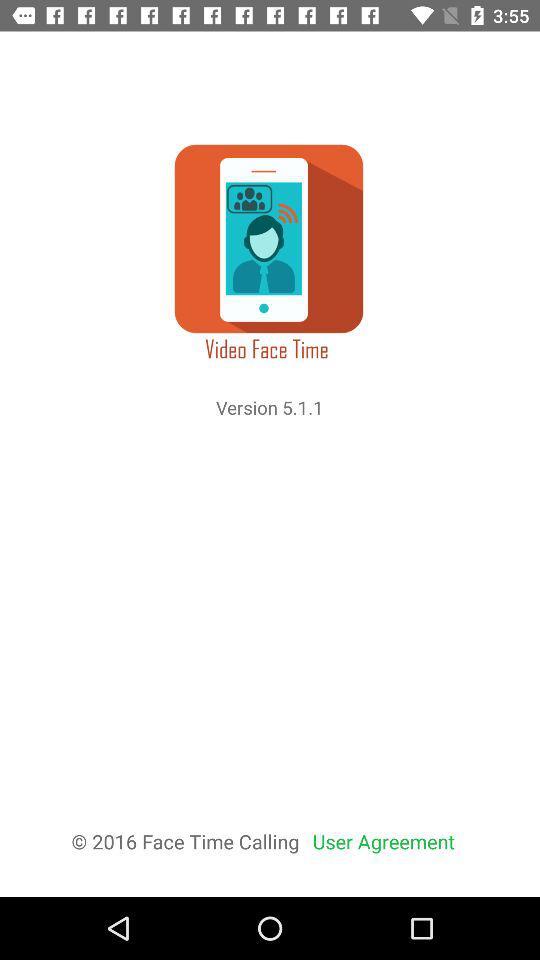  Describe the element at coordinates (383, 840) in the screenshot. I see `item to the right of the 2016 face time` at that location.